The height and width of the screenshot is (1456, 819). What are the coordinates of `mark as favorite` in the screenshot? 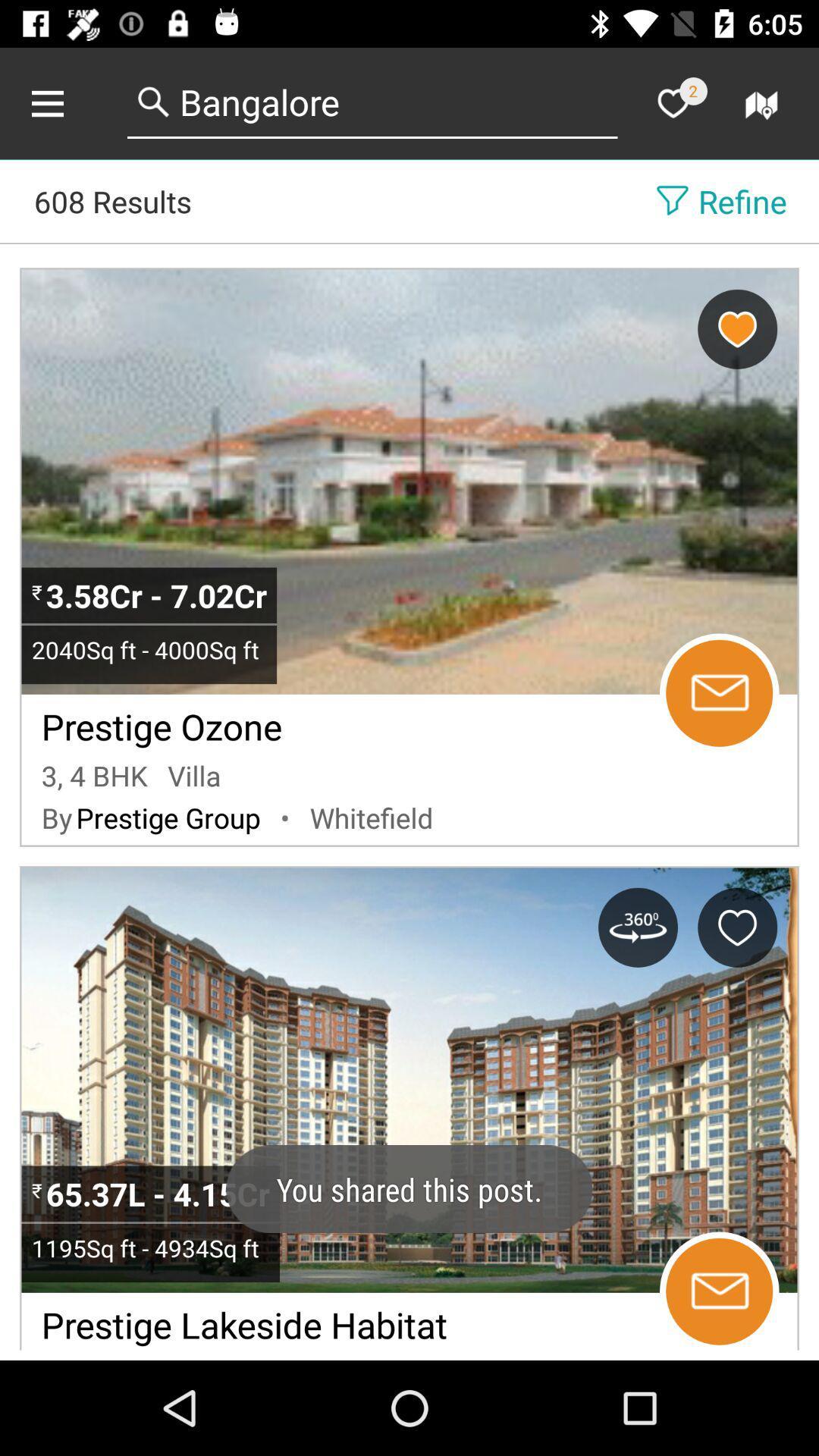 It's located at (672, 102).